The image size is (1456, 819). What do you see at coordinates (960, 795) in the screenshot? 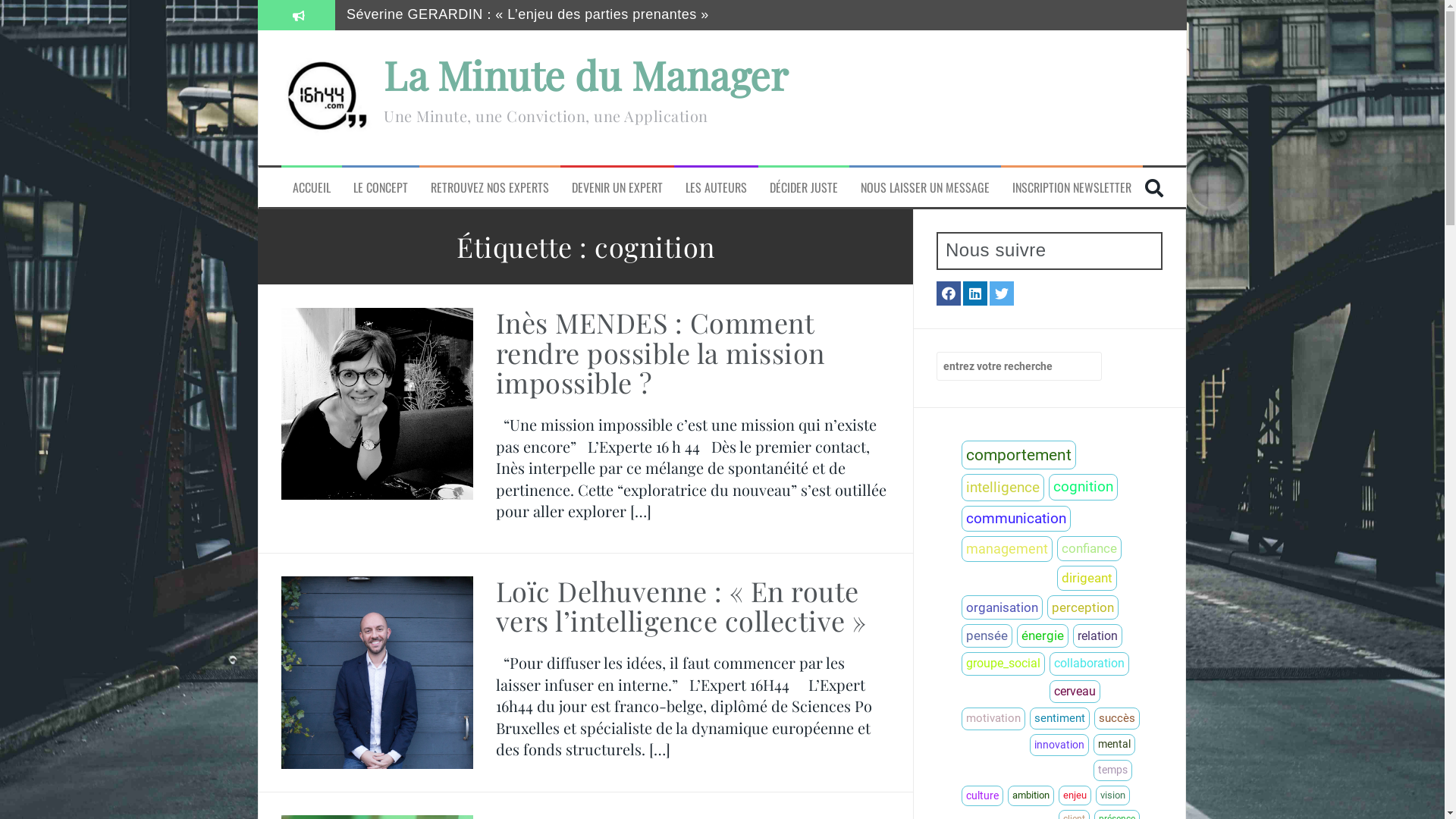
I see `'culture'` at bounding box center [960, 795].